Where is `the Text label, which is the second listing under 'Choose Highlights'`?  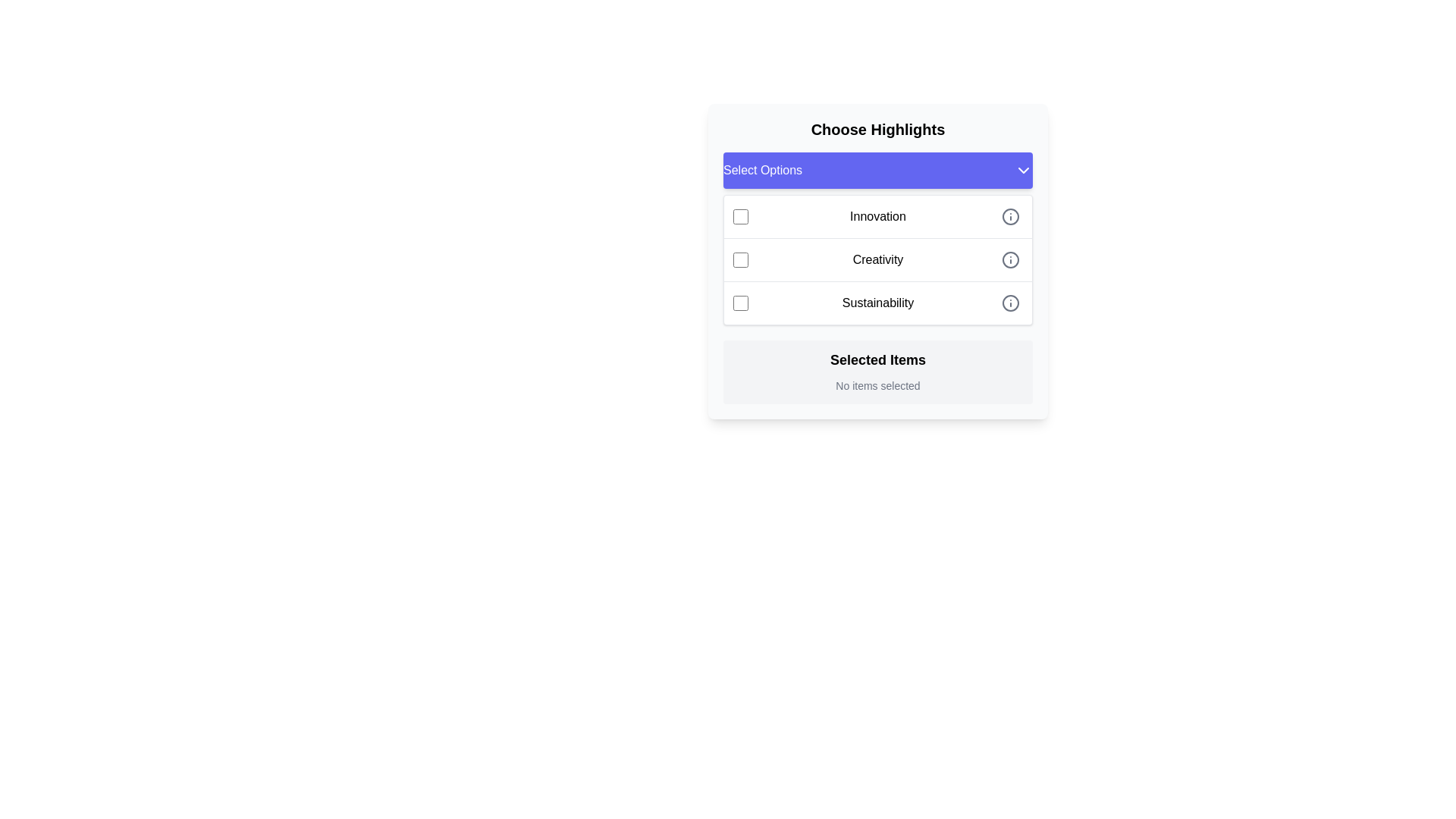
the Text label, which is the second listing under 'Choose Highlights' is located at coordinates (877, 259).